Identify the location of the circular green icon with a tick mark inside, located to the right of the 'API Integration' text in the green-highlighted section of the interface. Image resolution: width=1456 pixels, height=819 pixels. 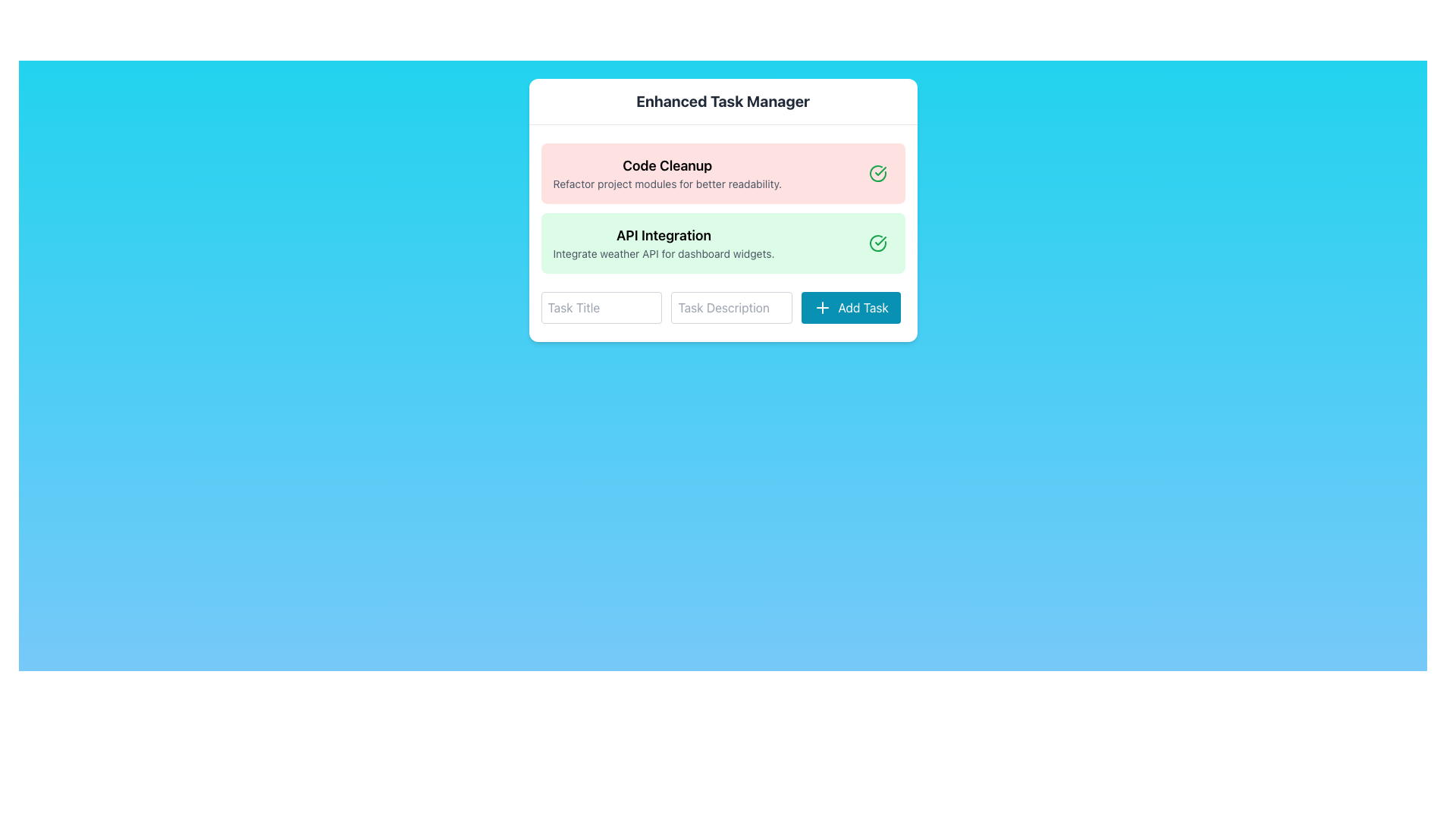
(877, 172).